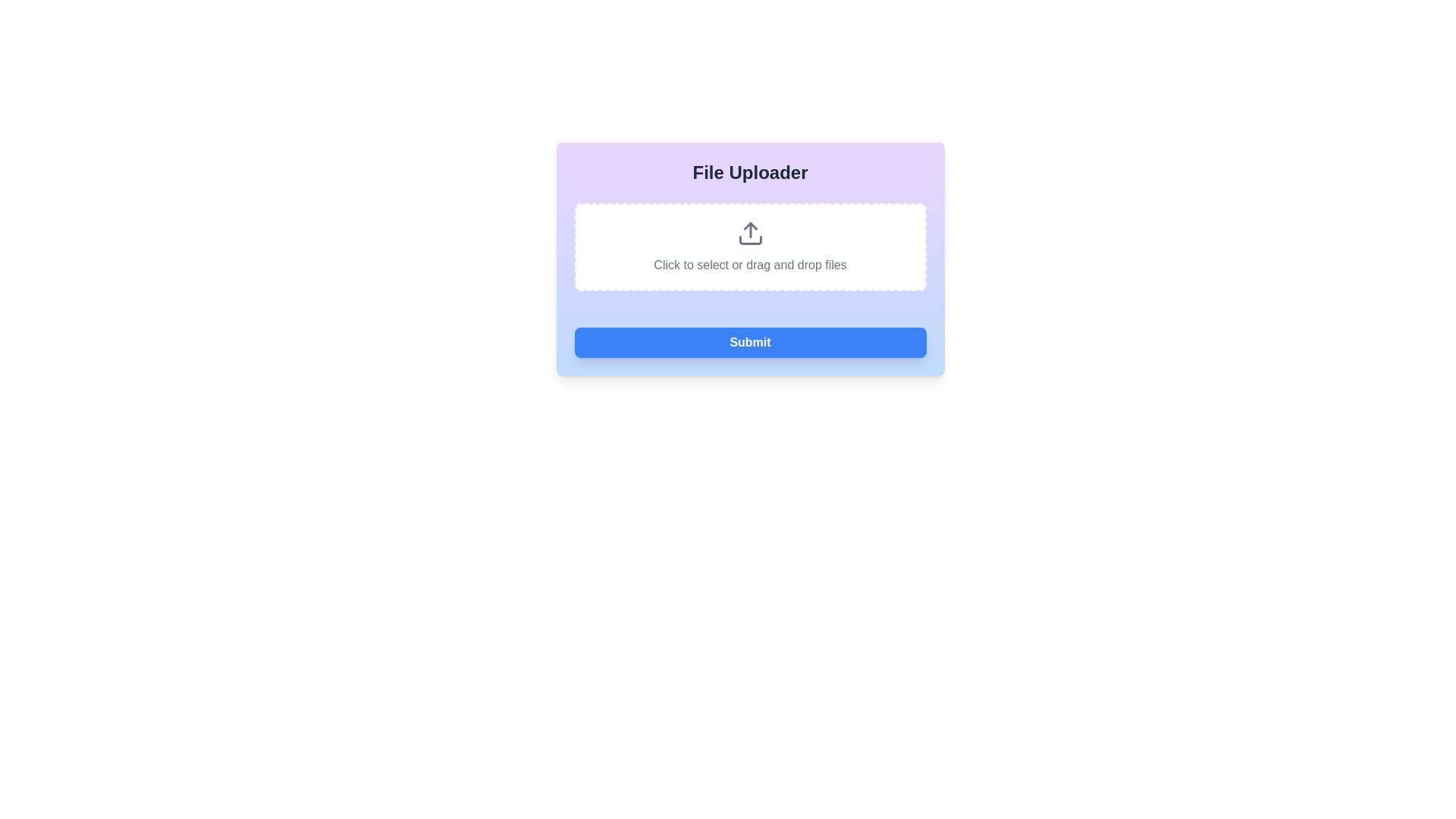 Image resolution: width=1456 pixels, height=819 pixels. What do you see at coordinates (750, 226) in the screenshot?
I see `the upward triangle icon indicating file transfer or upload, positioned centrally above other components in the upload icon layout` at bounding box center [750, 226].